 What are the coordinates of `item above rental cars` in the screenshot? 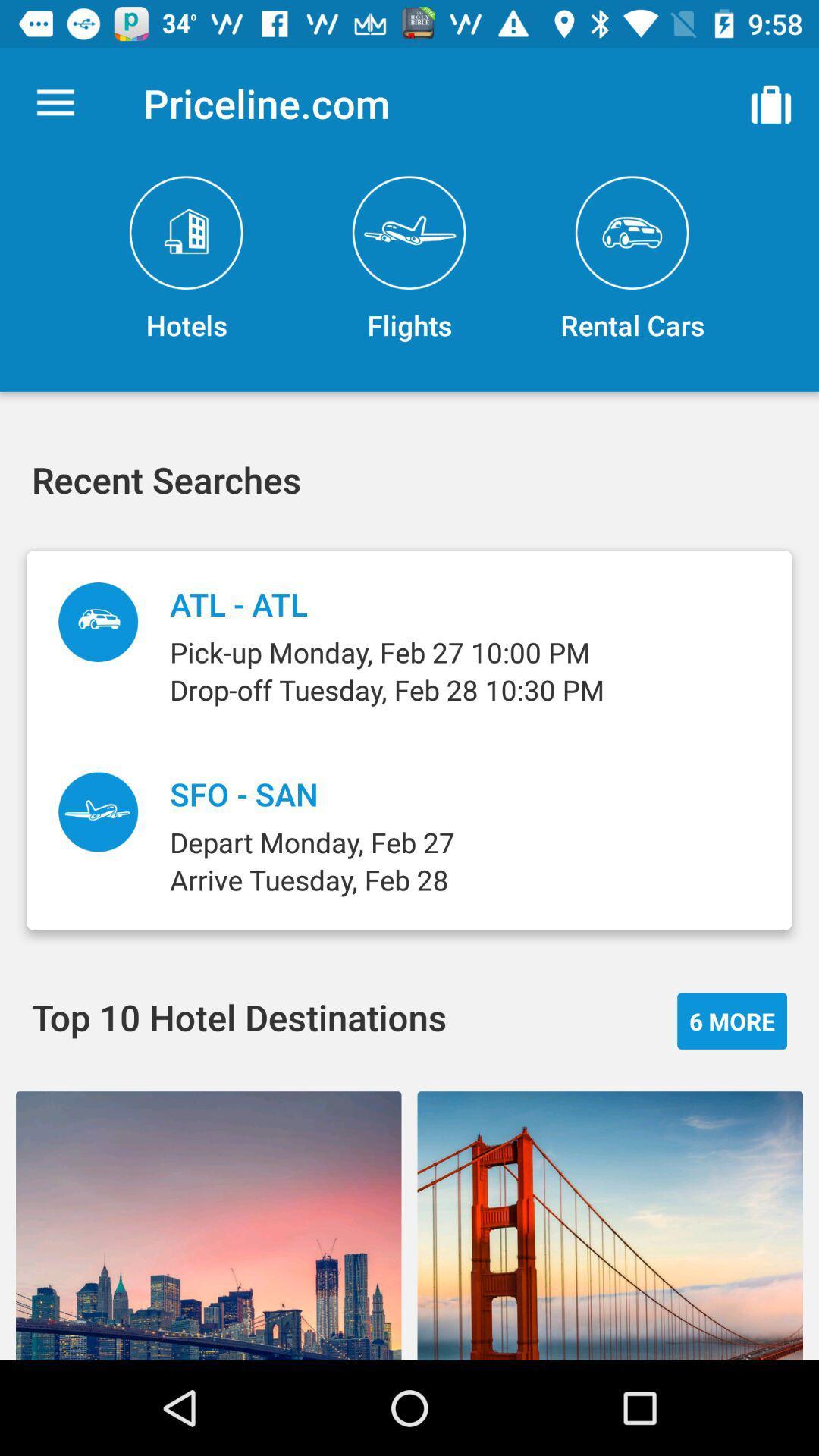 It's located at (771, 102).